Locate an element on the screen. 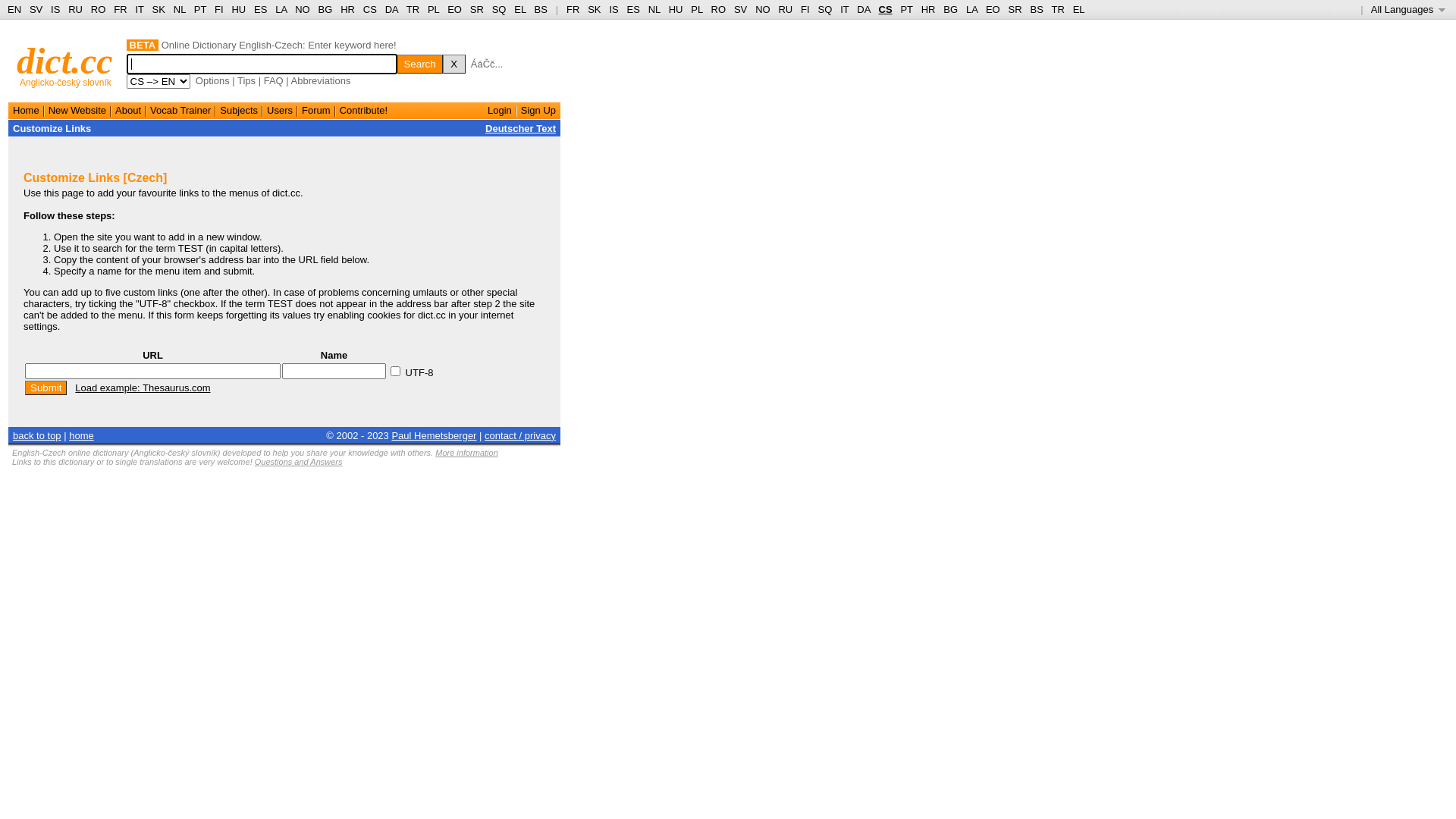  'All Languages ' is located at coordinates (1407, 9).